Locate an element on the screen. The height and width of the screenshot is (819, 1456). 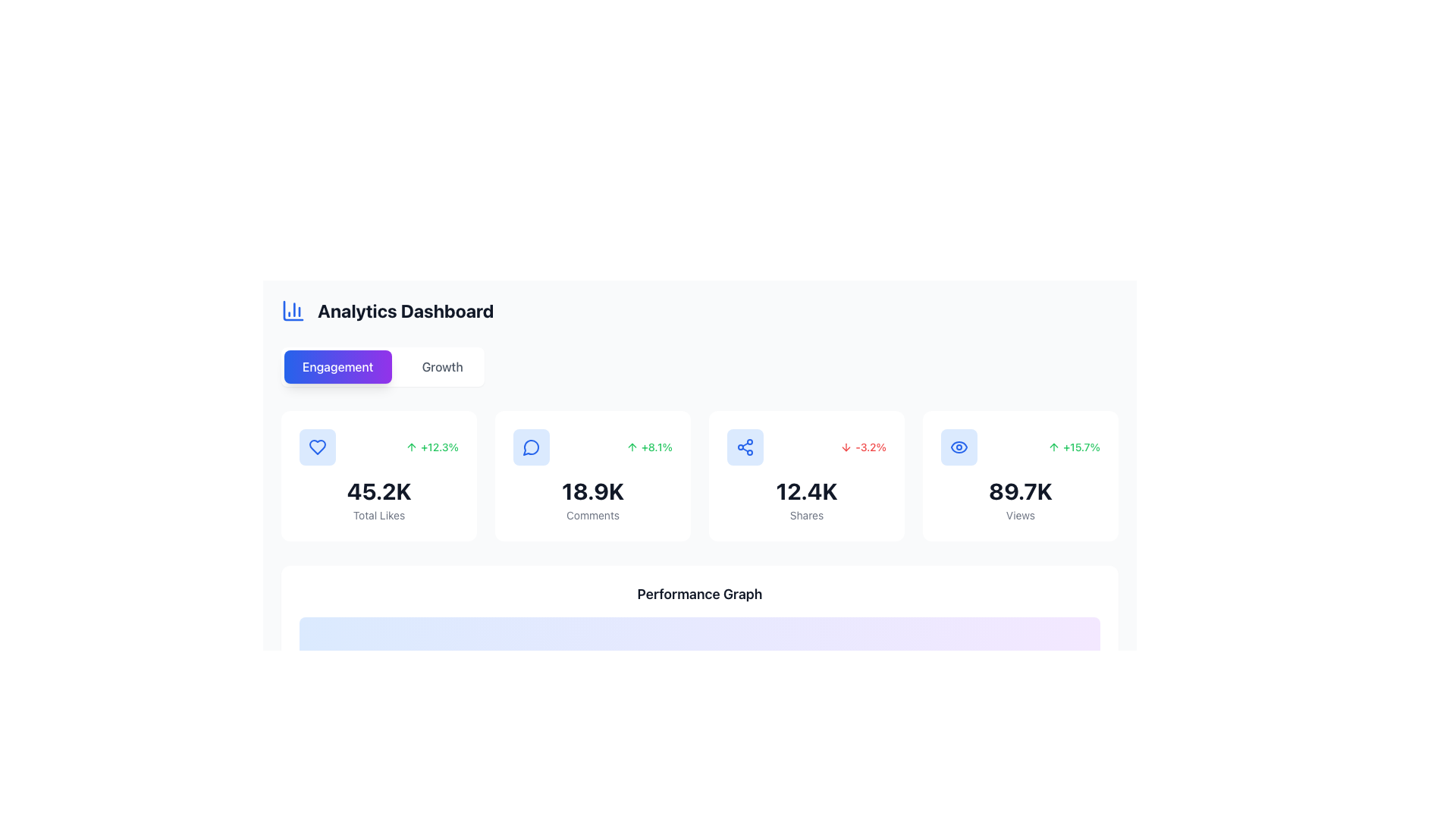
the heart icon in the Engagement section of the Analytics Dashboard, which represents total likes and is positioned to the left of the Comments icon is located at coordinates (316, 447).